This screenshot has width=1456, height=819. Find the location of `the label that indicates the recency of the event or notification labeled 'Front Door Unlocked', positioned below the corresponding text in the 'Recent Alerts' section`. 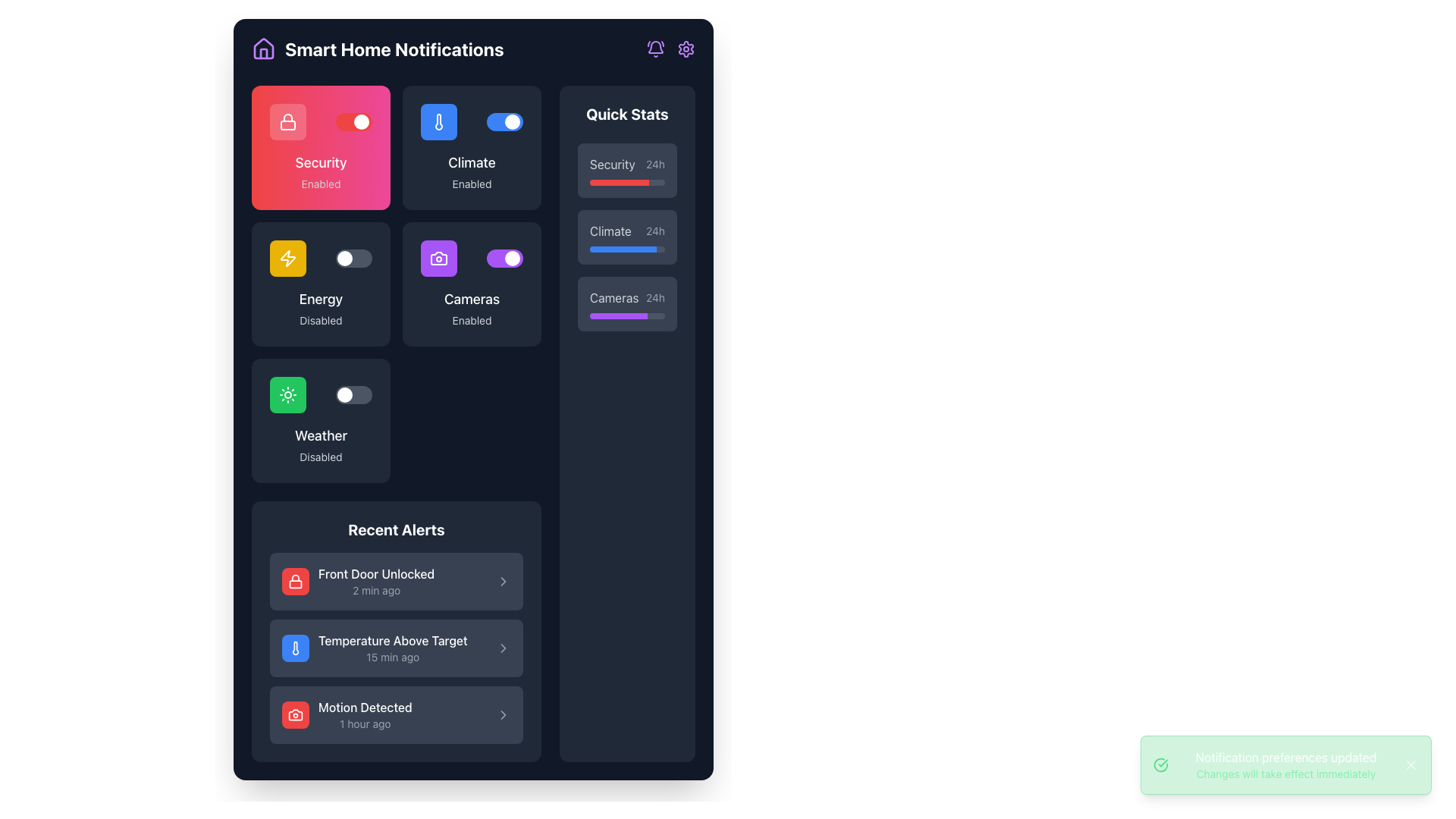

the label that indicates the recency of the event or notification labeled 'Front Door Unlocked', positioned below the corresponding text in the 'Recent Alerts' section is located at coordinates (376, 590).